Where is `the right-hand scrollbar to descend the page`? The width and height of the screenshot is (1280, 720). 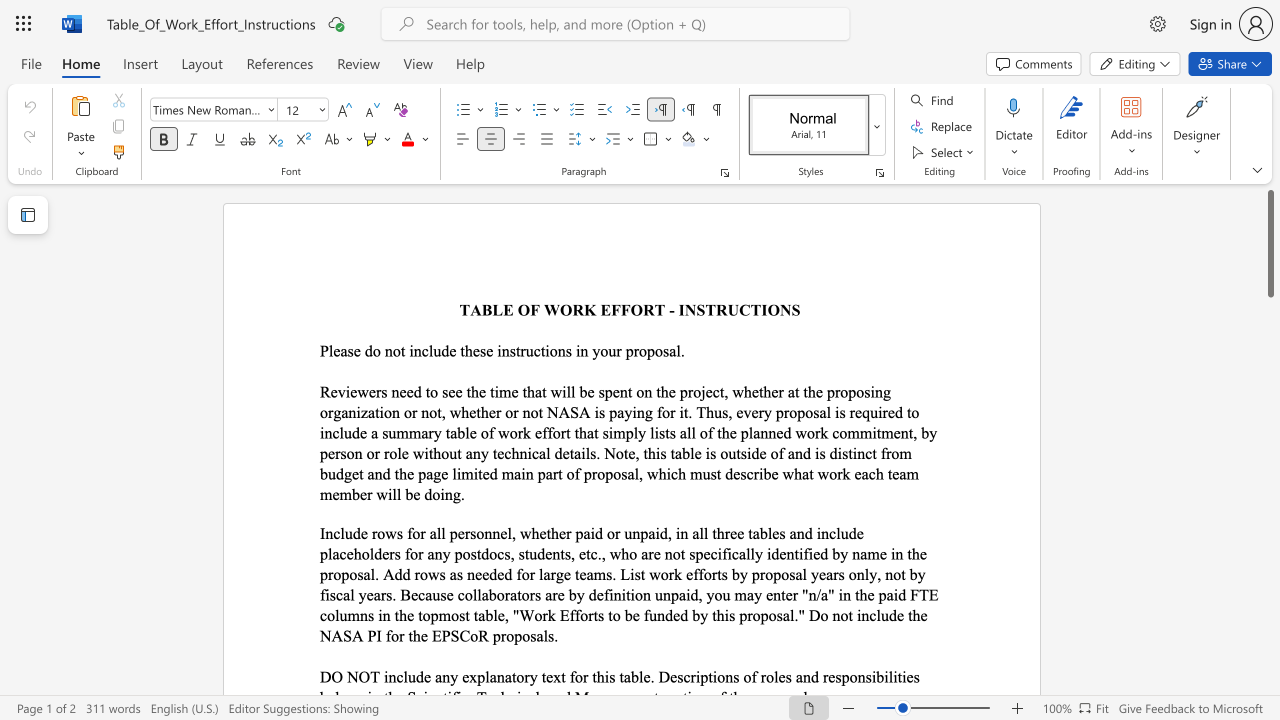
the right-hand scrollbar to descend the page is located at coordinates (1269, 630).